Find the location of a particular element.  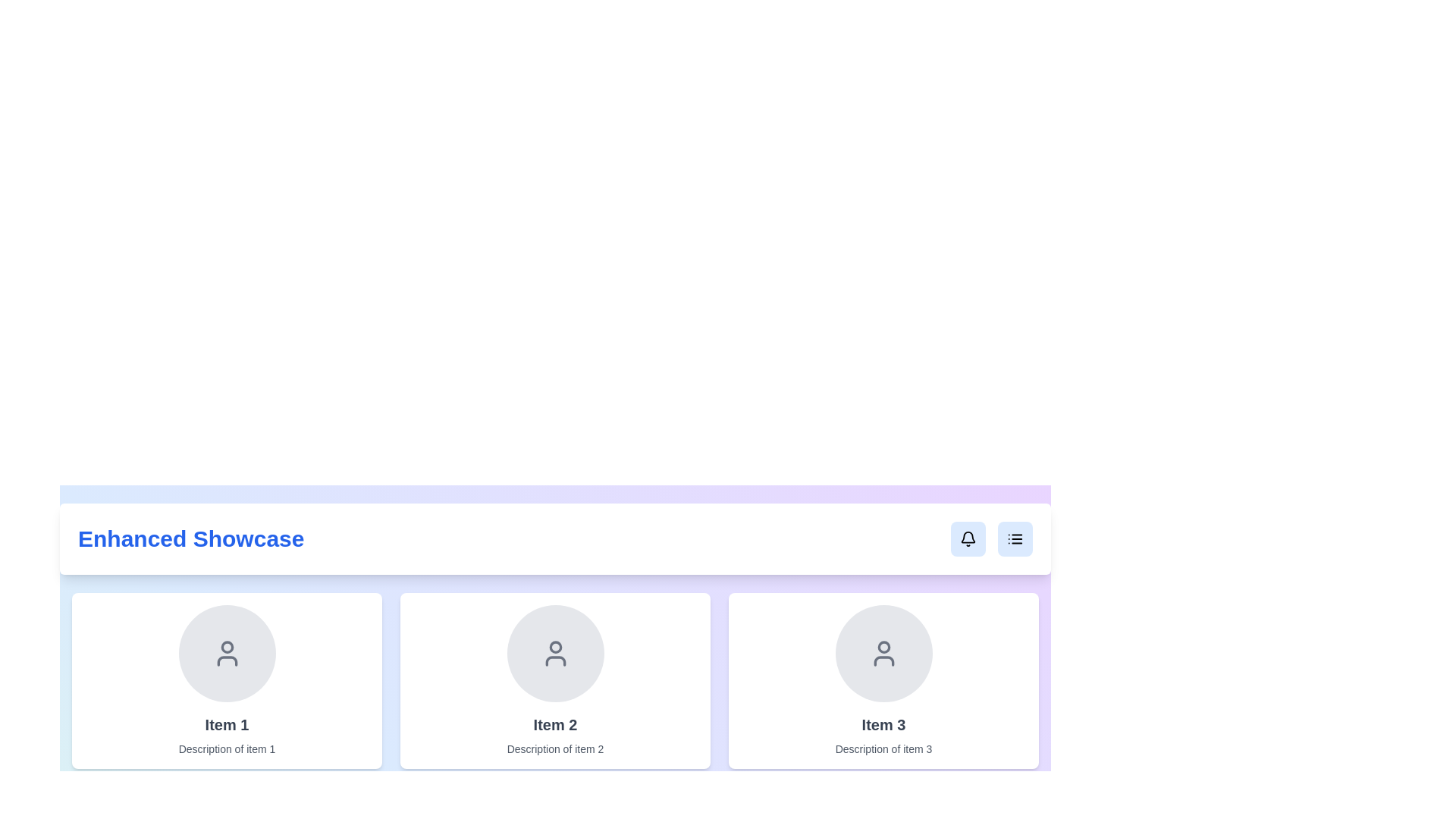

the user silhouette icon, which is the base part of the icon represented by a rounded rectangle, located in the center of the second item card above the text 'Item 2' is located at coordinates (554, 660).